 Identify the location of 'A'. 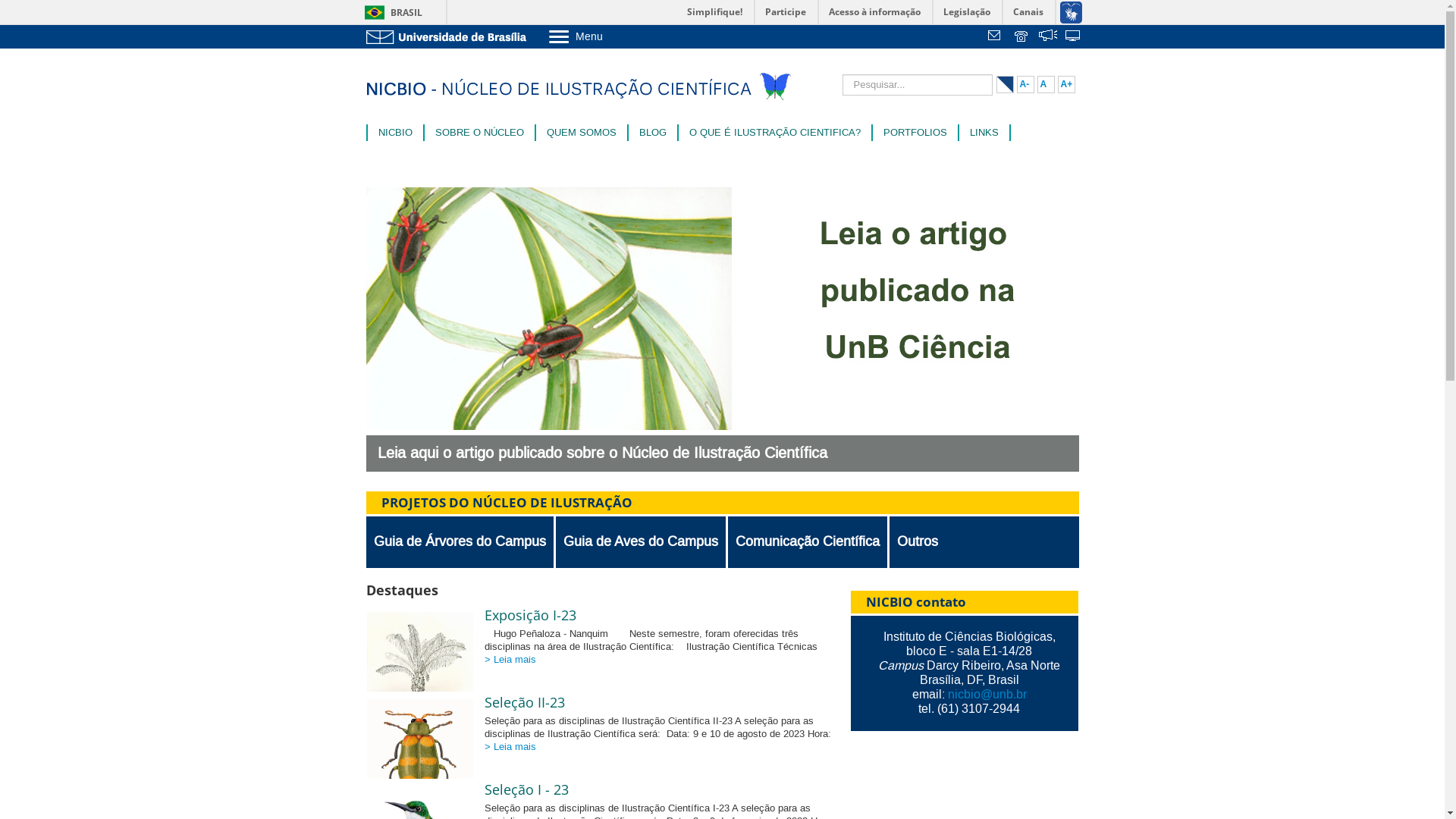
(1045, 84).